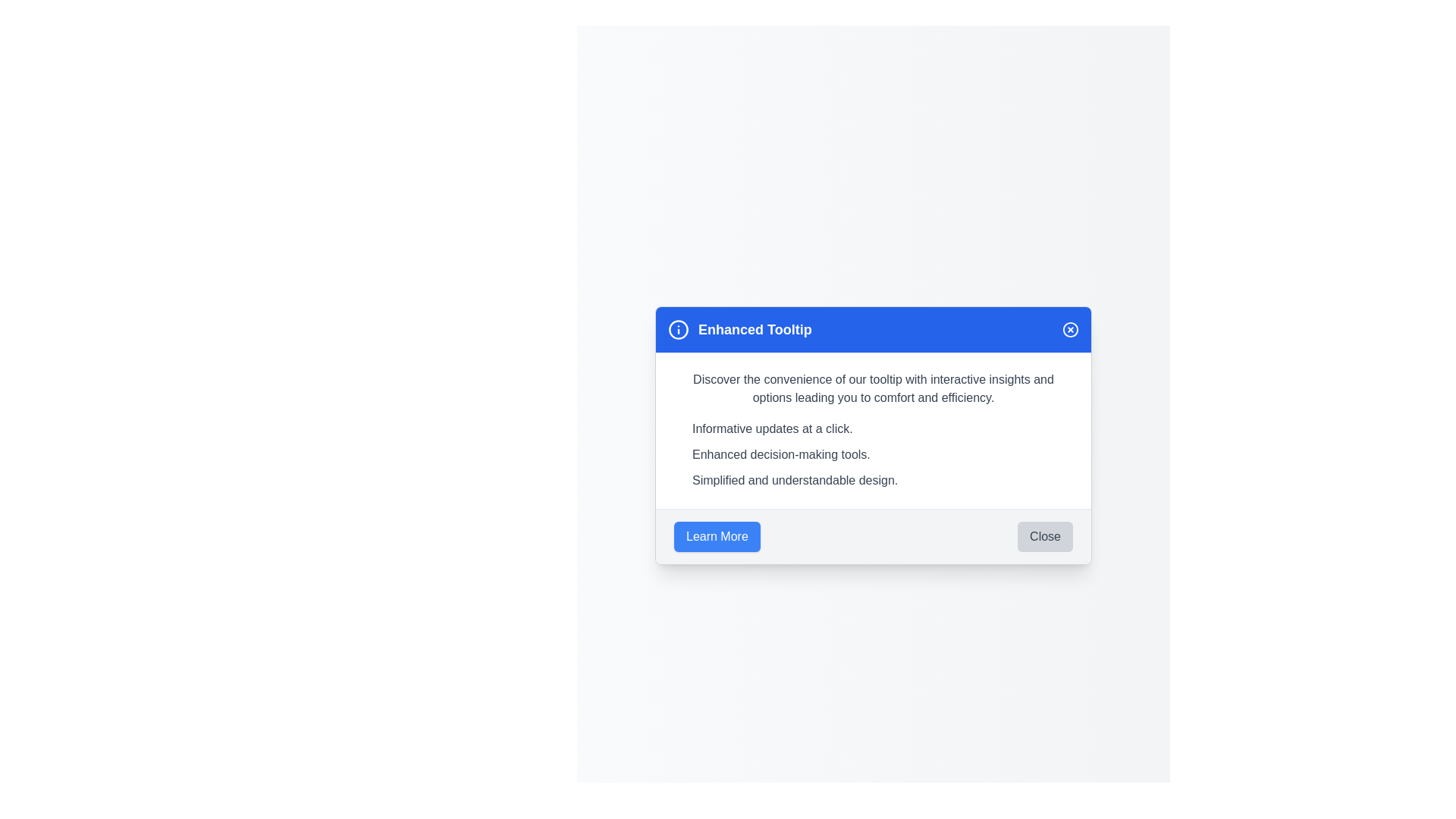  What do you see at coordinates (882, 428) in the screenshot?
I see `the first item in the bullet-point list located within the 'Enhanced Tooltip' box` at bounding box center [882, 428].